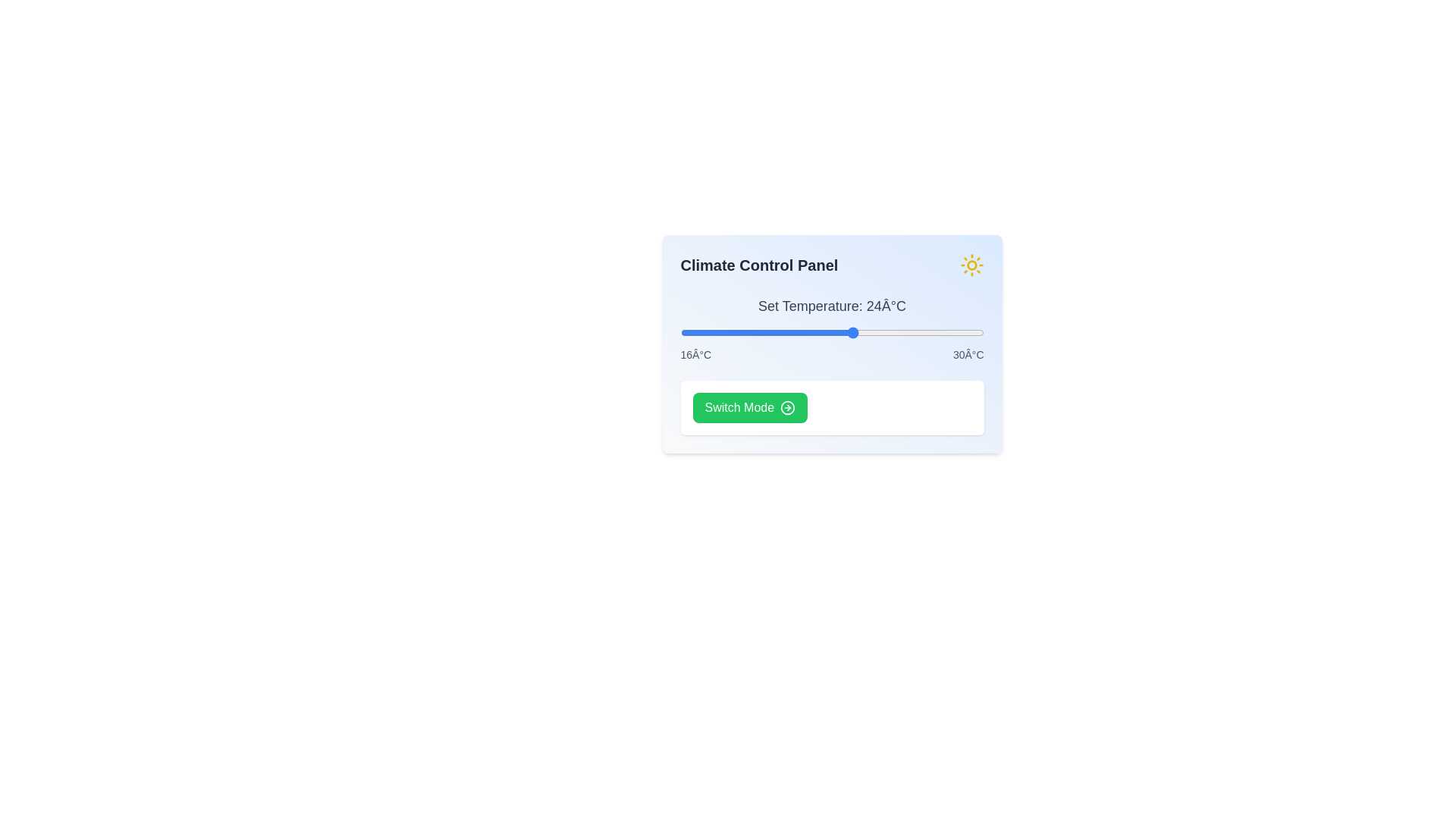 The height and width of the screenshot is (819, 1456). Describe the element at coordinates (759, 265) in the screenshot. I see `the title text label of the climate control interface located at the top-left section of the header panel` at that location.